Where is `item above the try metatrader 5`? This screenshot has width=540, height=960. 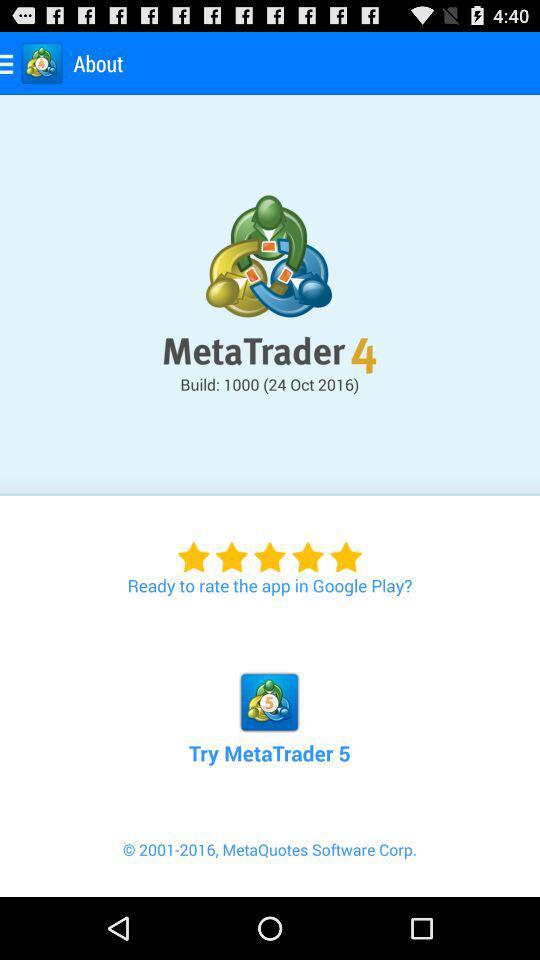
item above the try metatrader 5 is located at coordinates (270, 546).